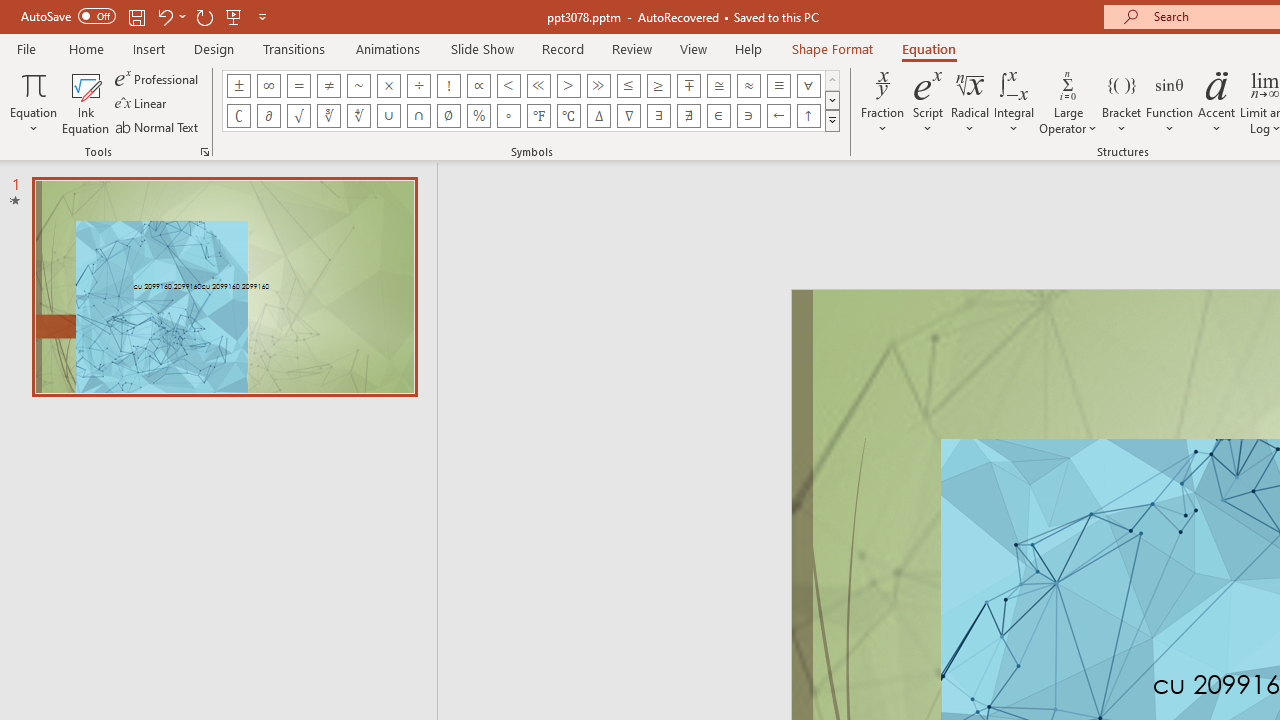 This screenshot has width=1280, height=720. Describe the element at coordinates (659, 85) in the screenshot. I see `'Equation Symbol Greater Than or Equal To'` at that location.